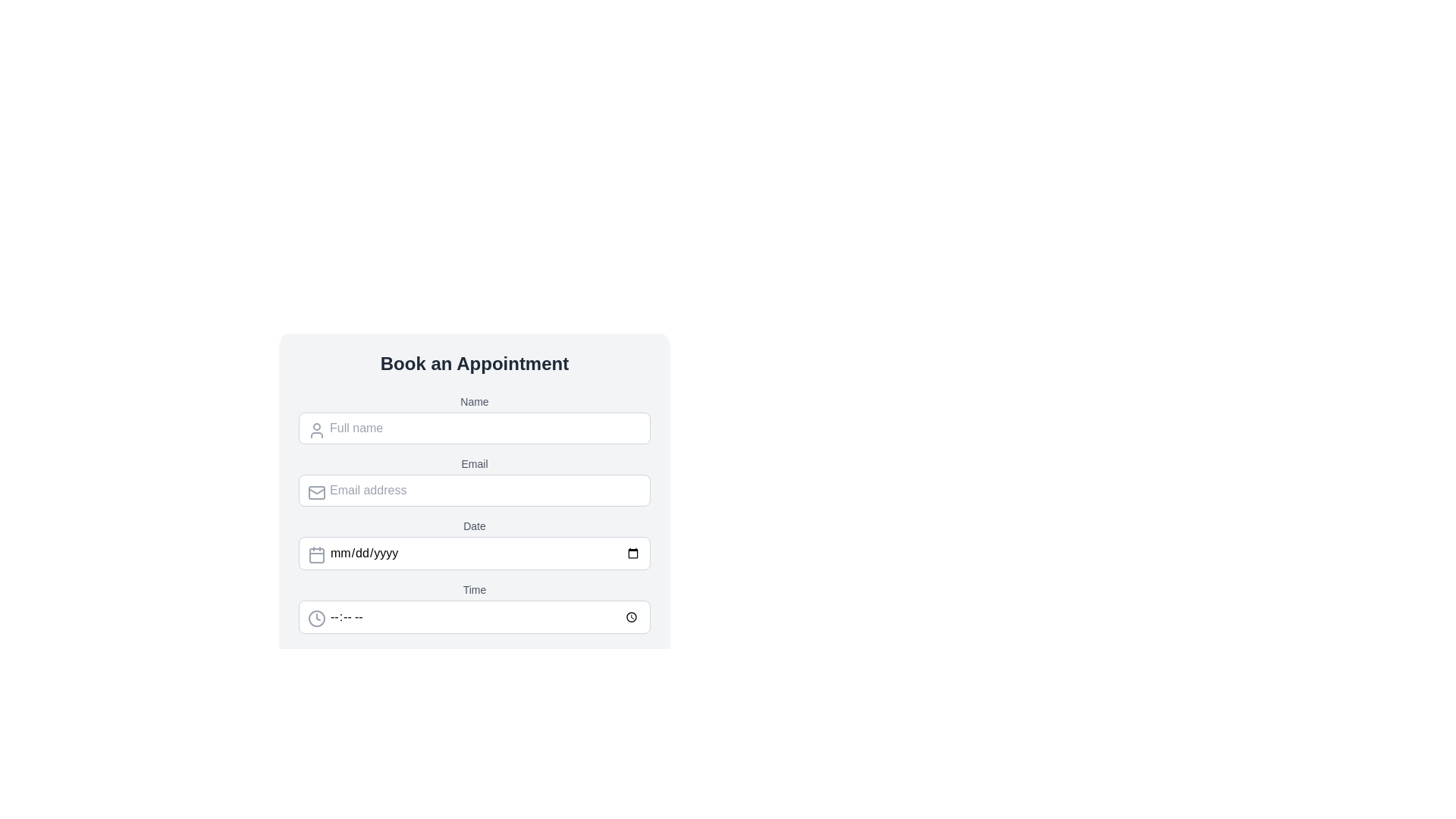  I want to click on the 'Time' text label element which is displayed in a small gray font below the 'Date' input field and above the time picker, so click(473, 589).